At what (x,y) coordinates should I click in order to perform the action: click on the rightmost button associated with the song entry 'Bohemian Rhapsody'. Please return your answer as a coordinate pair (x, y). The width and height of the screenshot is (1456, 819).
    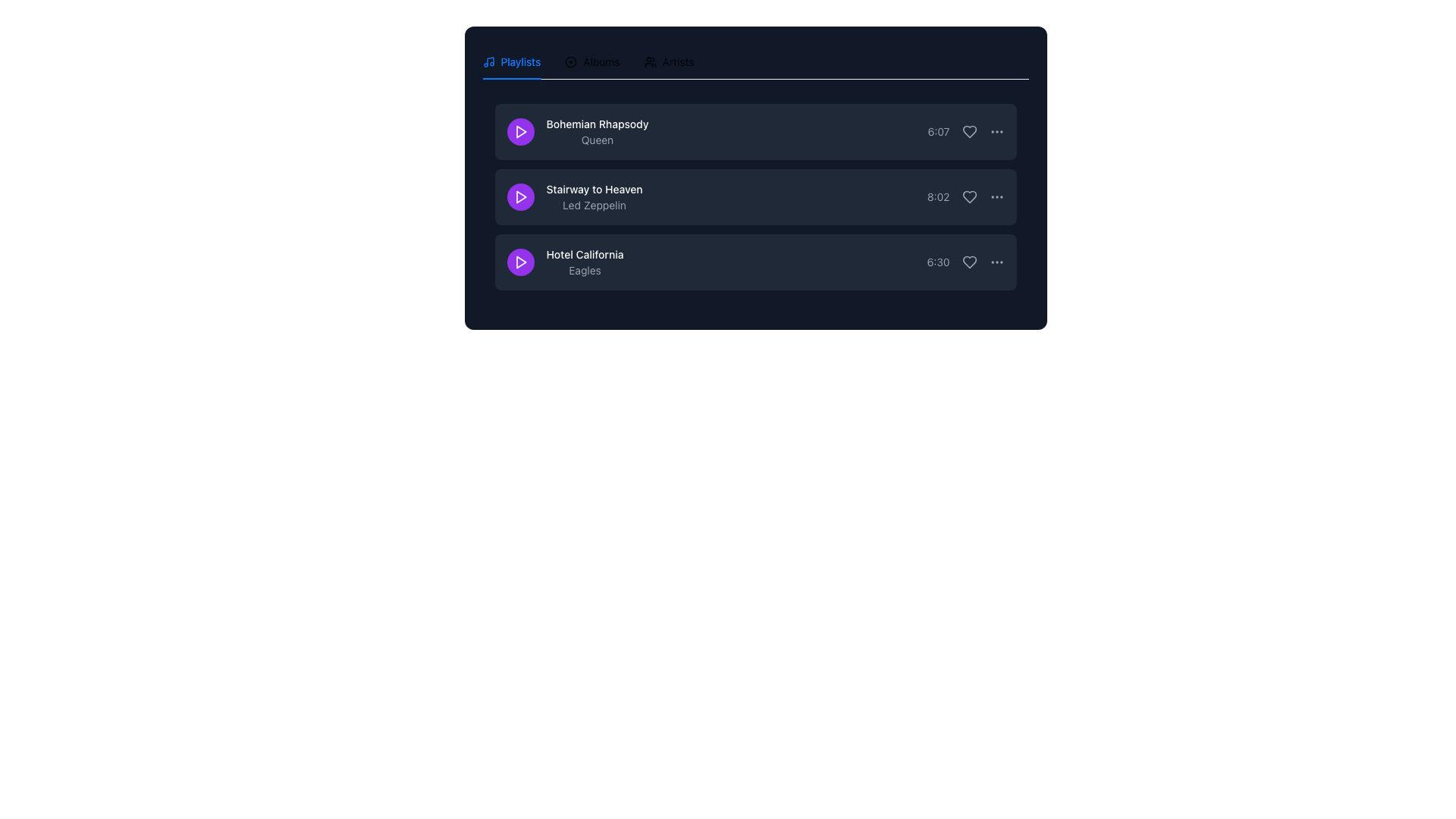
    Looking at the image, I should click on (996, 130).